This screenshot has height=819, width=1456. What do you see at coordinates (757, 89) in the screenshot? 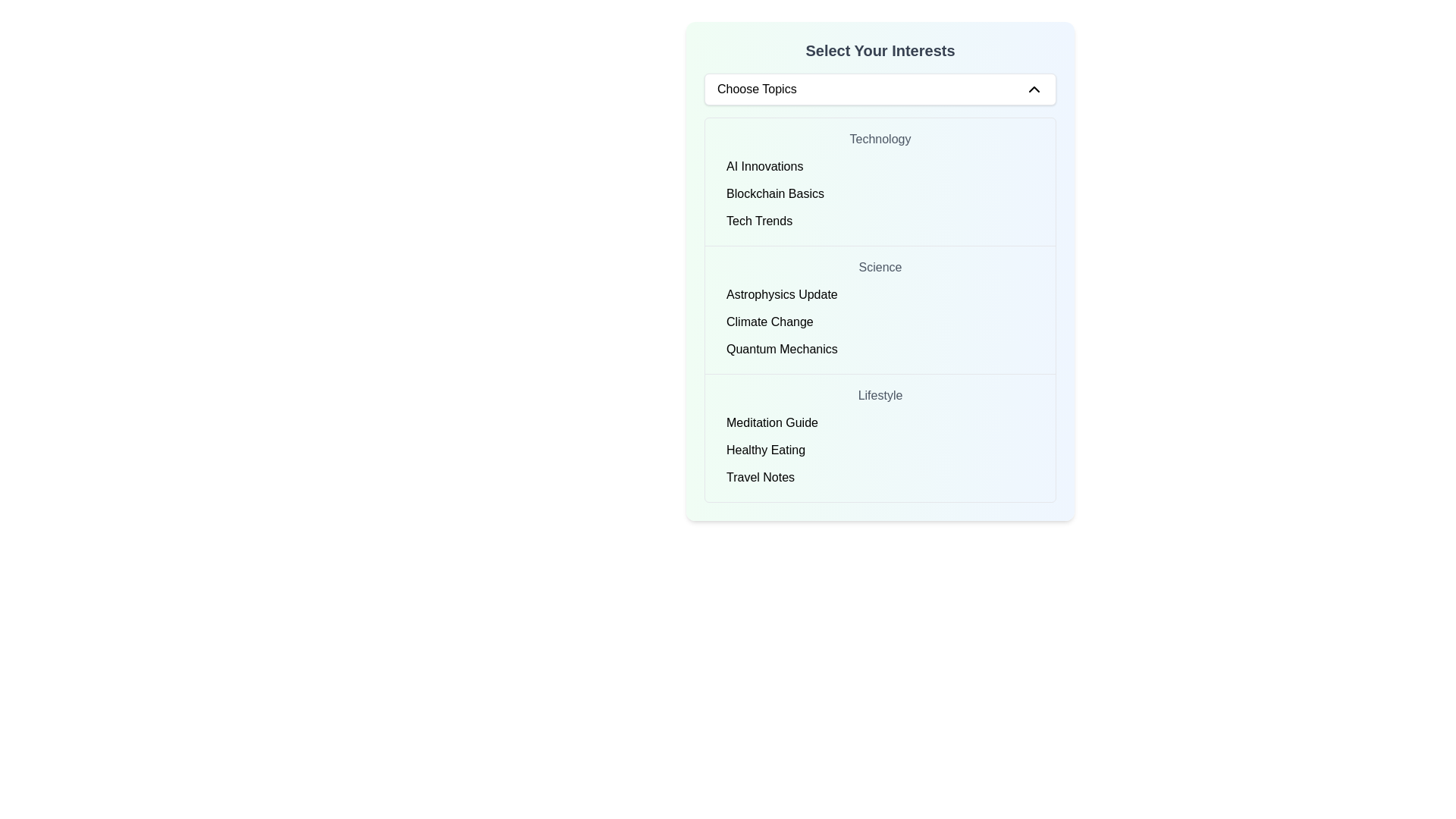
I see `the 'Choose Topics' label text element` at bounding box center [757, 89].